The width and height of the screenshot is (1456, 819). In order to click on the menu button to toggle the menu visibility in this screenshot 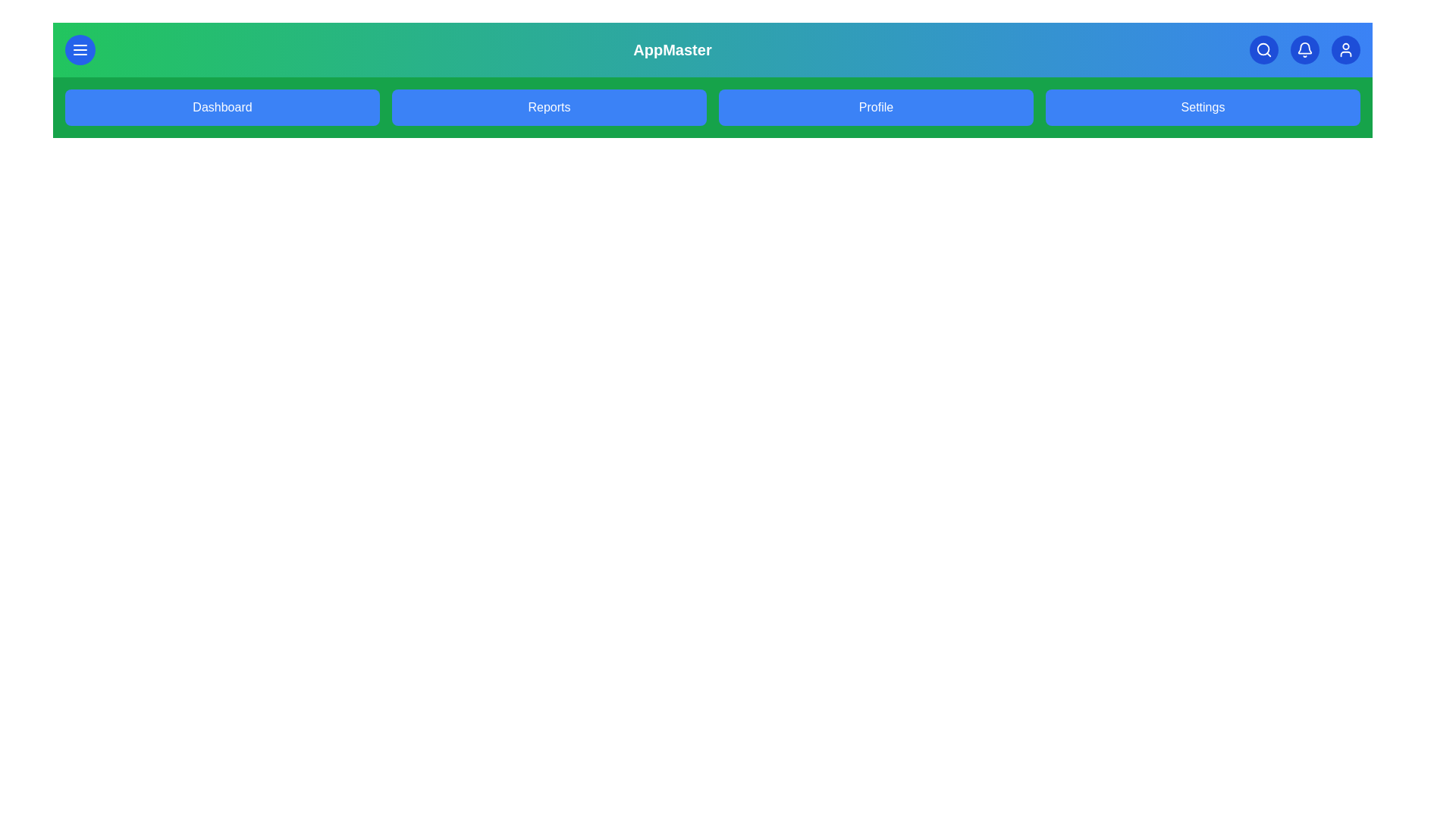, I will do `click(79, 49)`.